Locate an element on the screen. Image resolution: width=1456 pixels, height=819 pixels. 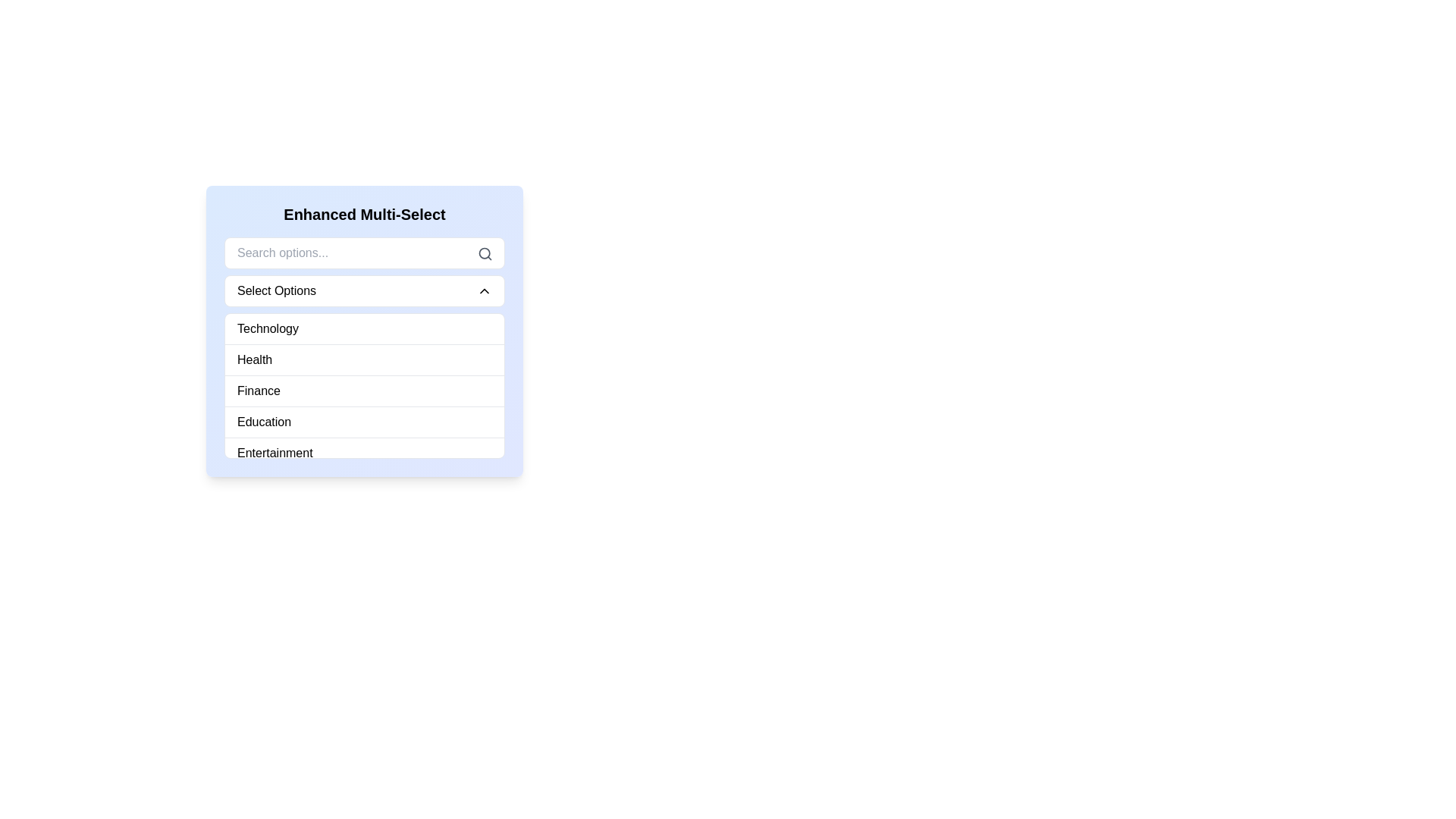
the circular graphical shape that is part of the search icon located in the top-right corner of the search bar, which has a stroke width and no fill color is located at coordinates (484, 253).